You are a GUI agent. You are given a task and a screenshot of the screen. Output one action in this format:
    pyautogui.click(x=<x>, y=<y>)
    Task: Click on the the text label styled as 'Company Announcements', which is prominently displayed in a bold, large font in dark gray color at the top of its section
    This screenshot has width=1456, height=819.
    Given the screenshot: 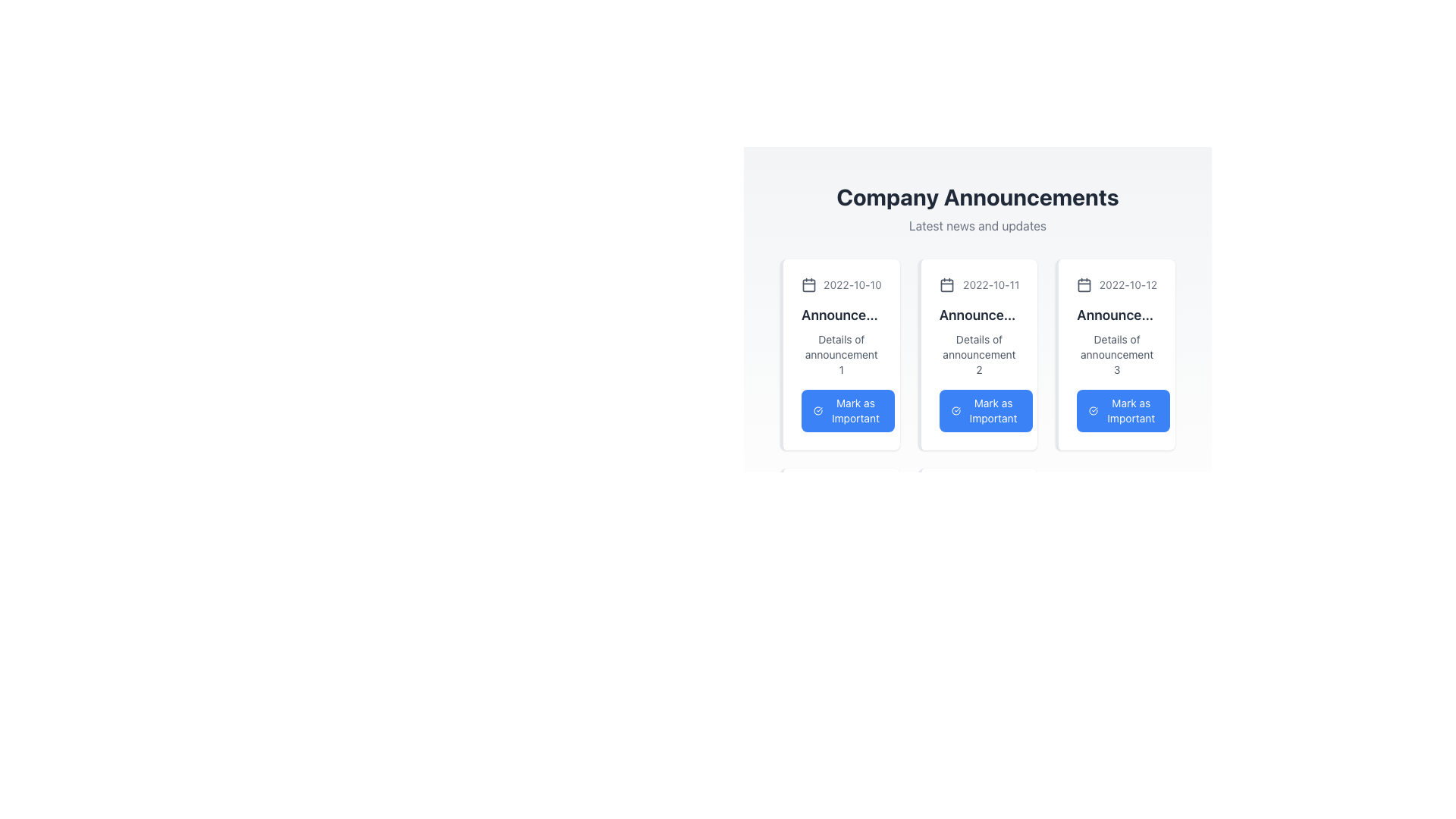 What is the action you would take?
    pyautogui.click(x=977, y=196)
    